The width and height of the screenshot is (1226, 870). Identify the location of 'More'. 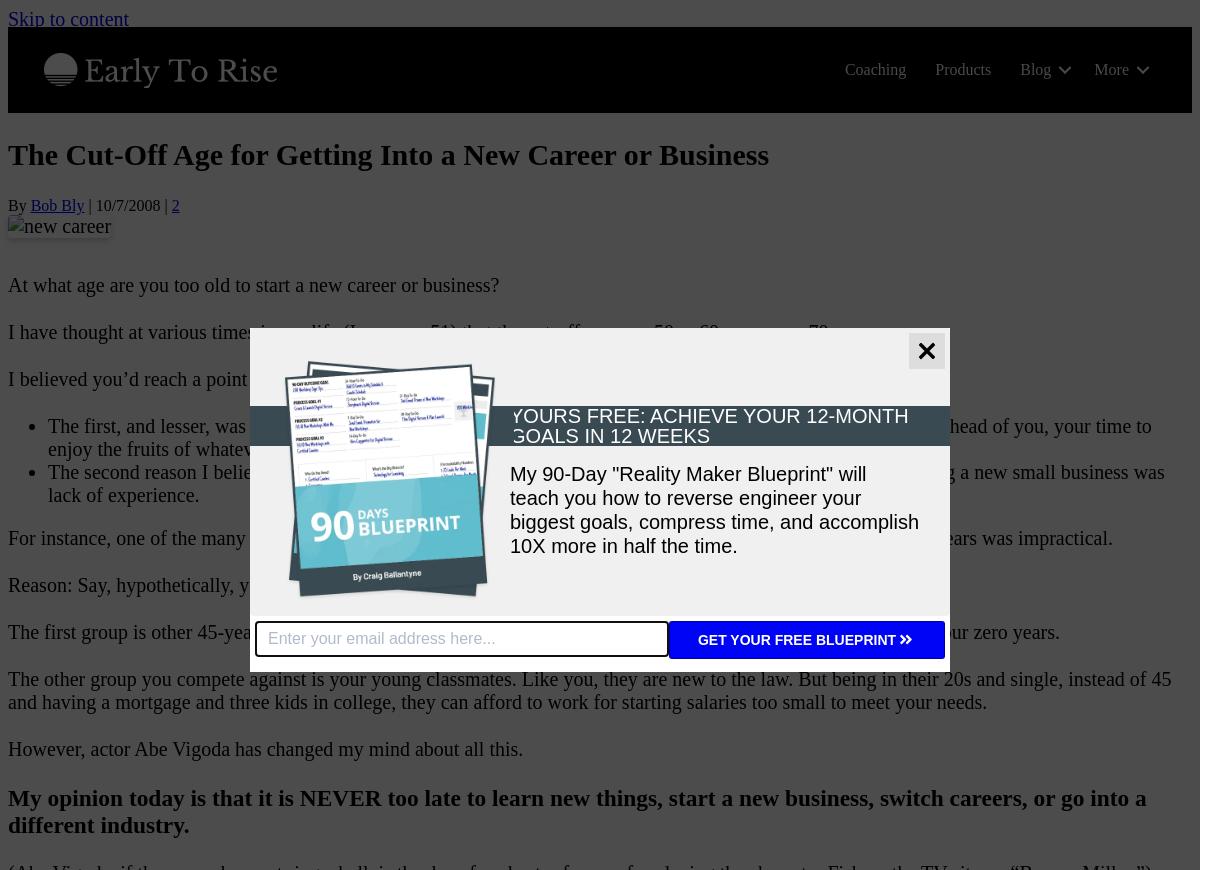
(1093, 68).